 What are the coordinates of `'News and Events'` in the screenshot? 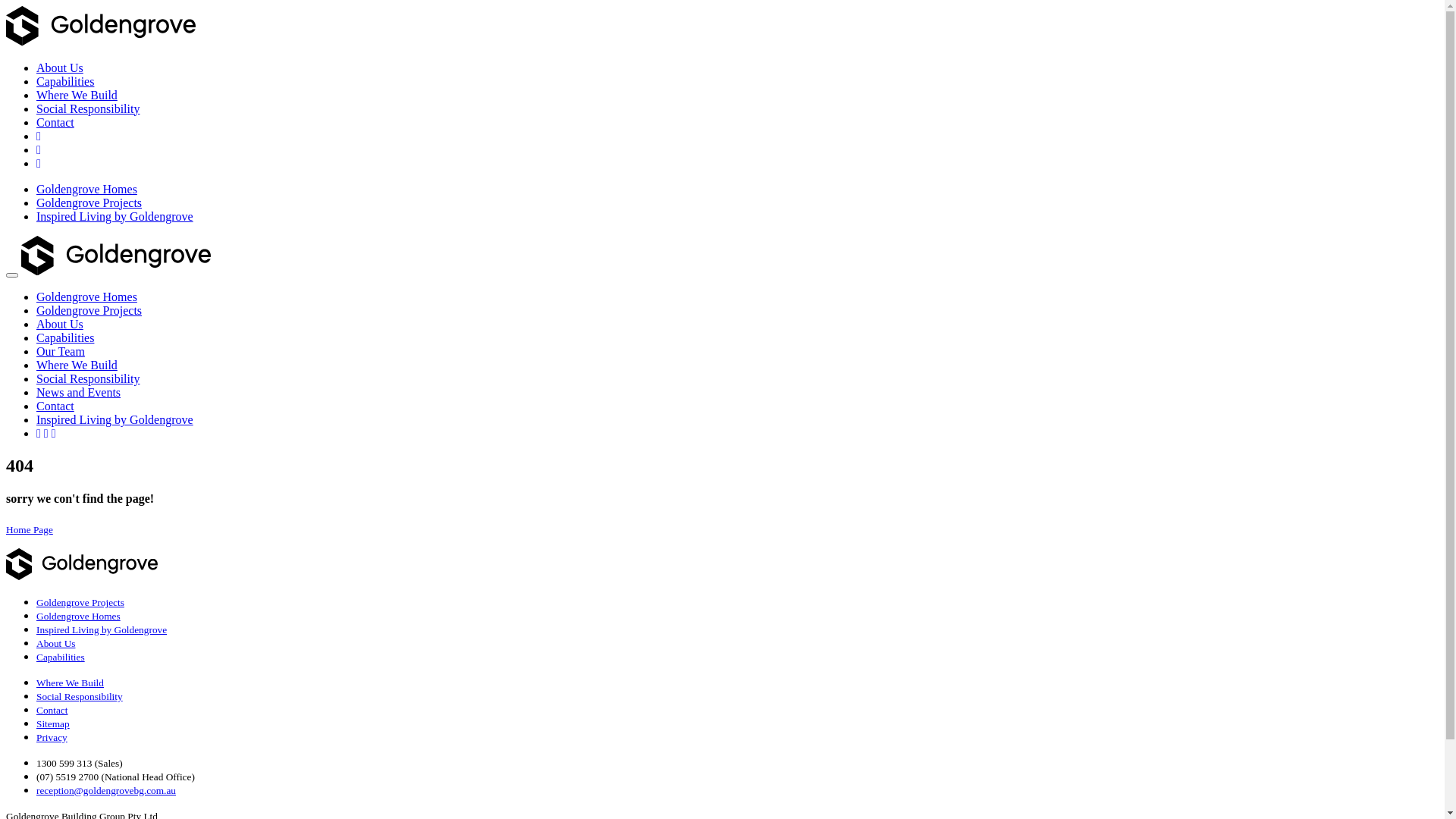 It's located at (77, 391).